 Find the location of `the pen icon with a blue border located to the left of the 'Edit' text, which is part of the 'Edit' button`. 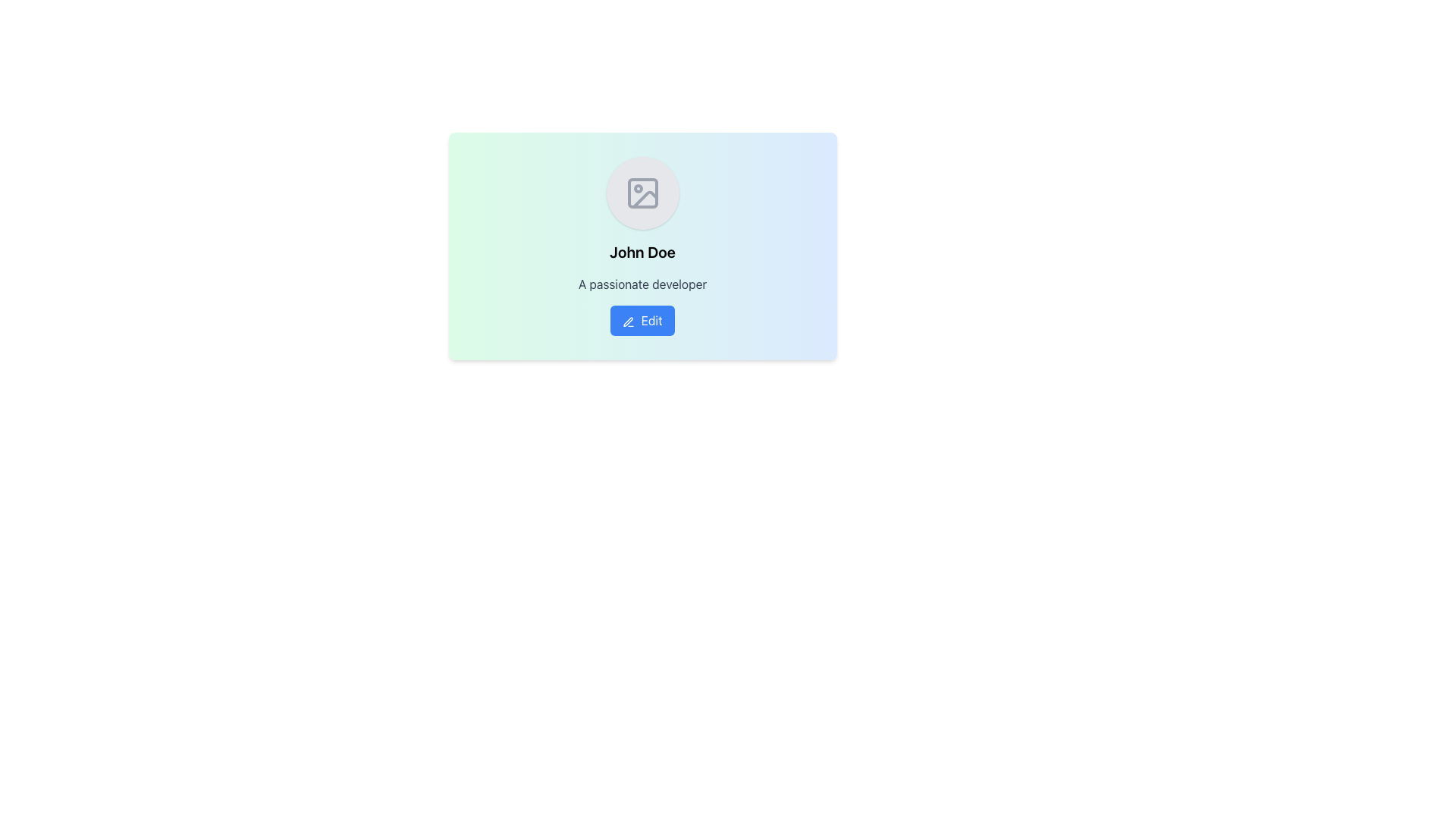

the pen icon with a blue border located to the left of the 'Edit' text, which is part of the 'Edit' button is located at coordinates (629, 321).